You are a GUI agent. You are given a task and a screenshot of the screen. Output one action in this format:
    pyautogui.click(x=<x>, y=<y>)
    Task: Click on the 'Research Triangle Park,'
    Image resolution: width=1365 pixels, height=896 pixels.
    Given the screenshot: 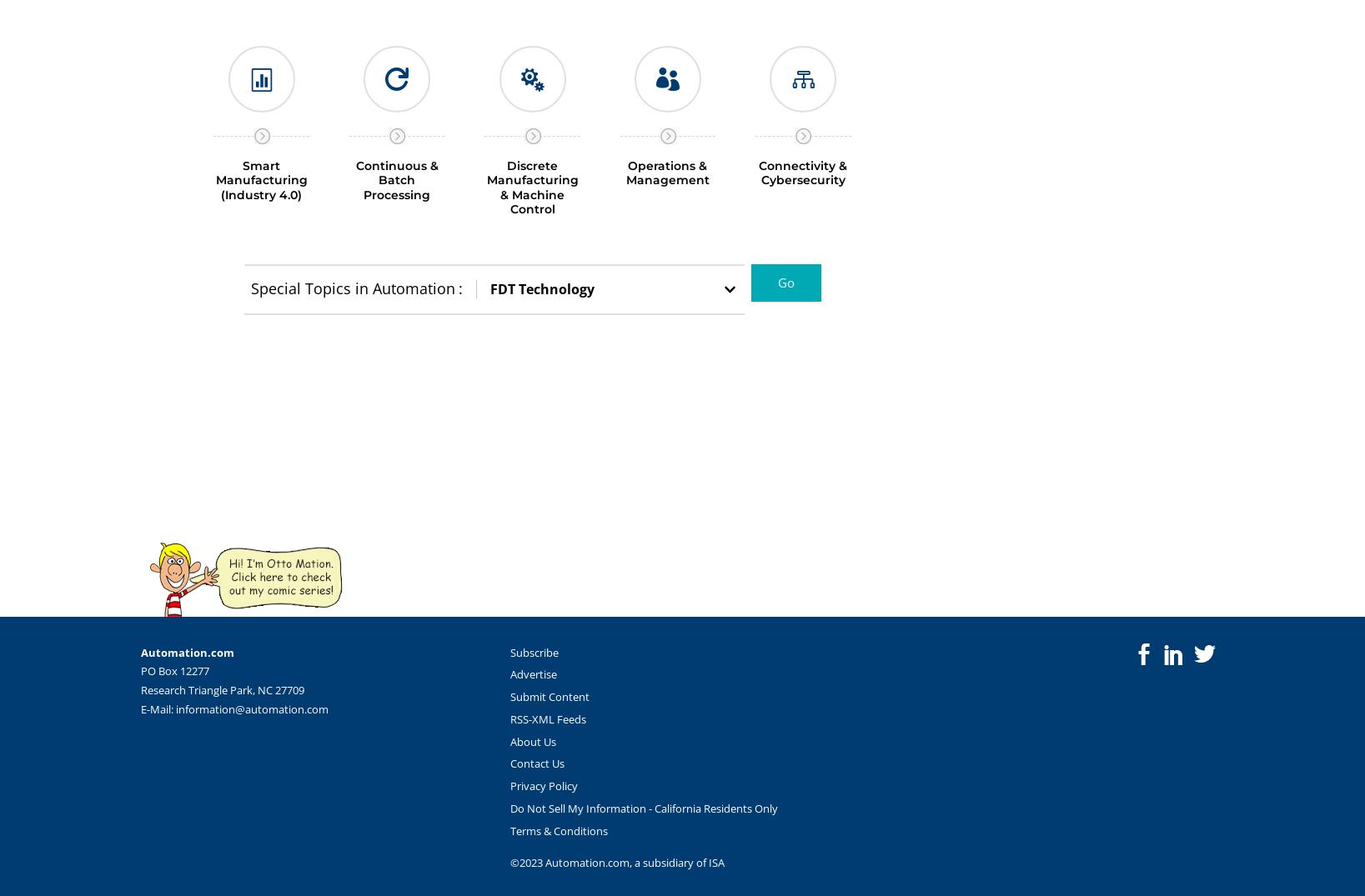 What is the action you would take?
    pyautogui.click(x=138, y=688)
    